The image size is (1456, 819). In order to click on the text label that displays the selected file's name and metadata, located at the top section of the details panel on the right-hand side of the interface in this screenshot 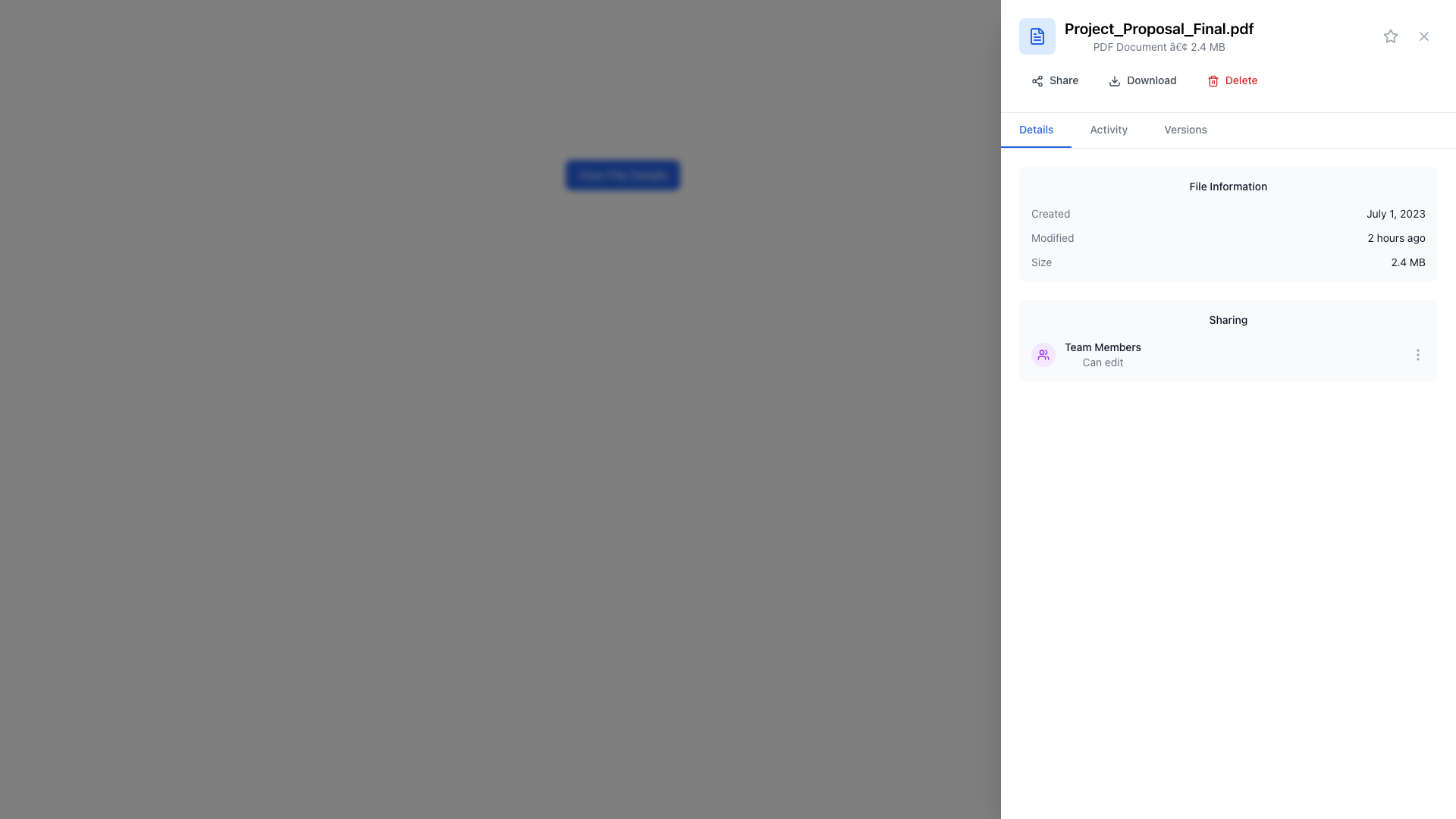, I will do `click(1158, 35)`.